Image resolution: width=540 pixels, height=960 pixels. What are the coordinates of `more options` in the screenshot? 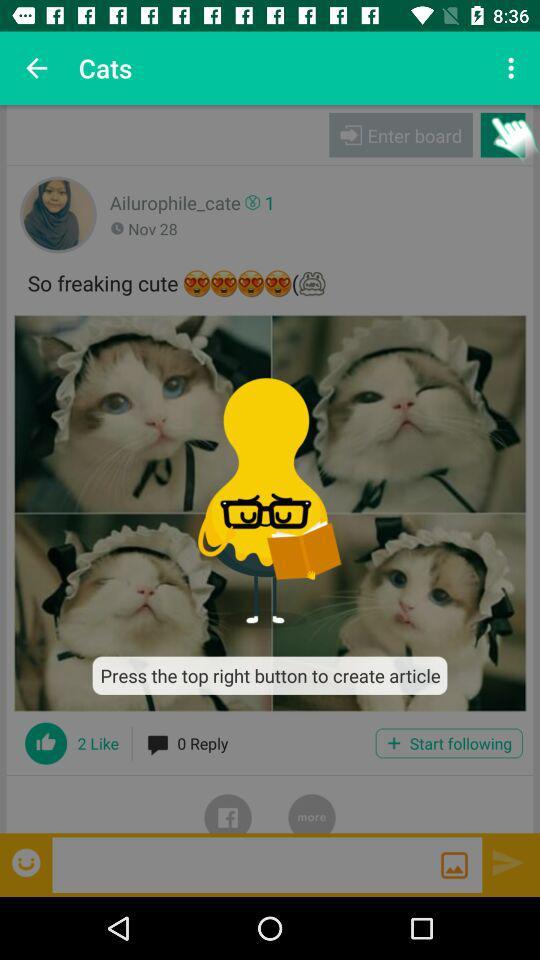 It's located at (312, 804).